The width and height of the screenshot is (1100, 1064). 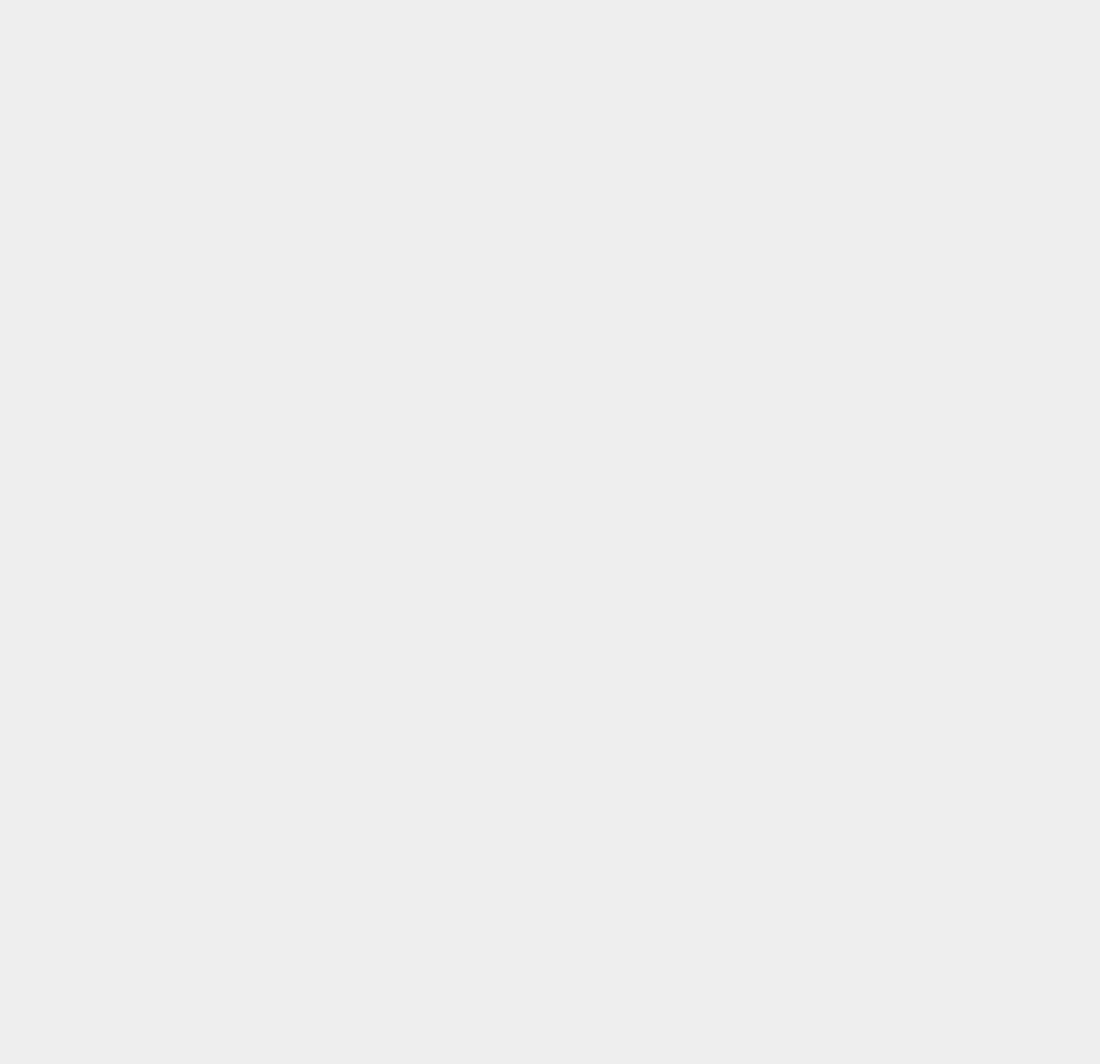 What do you see at coordinates (820, 105) in the screenshot?
I see `'macOS 10.15'` at bounding box center [820, 105].